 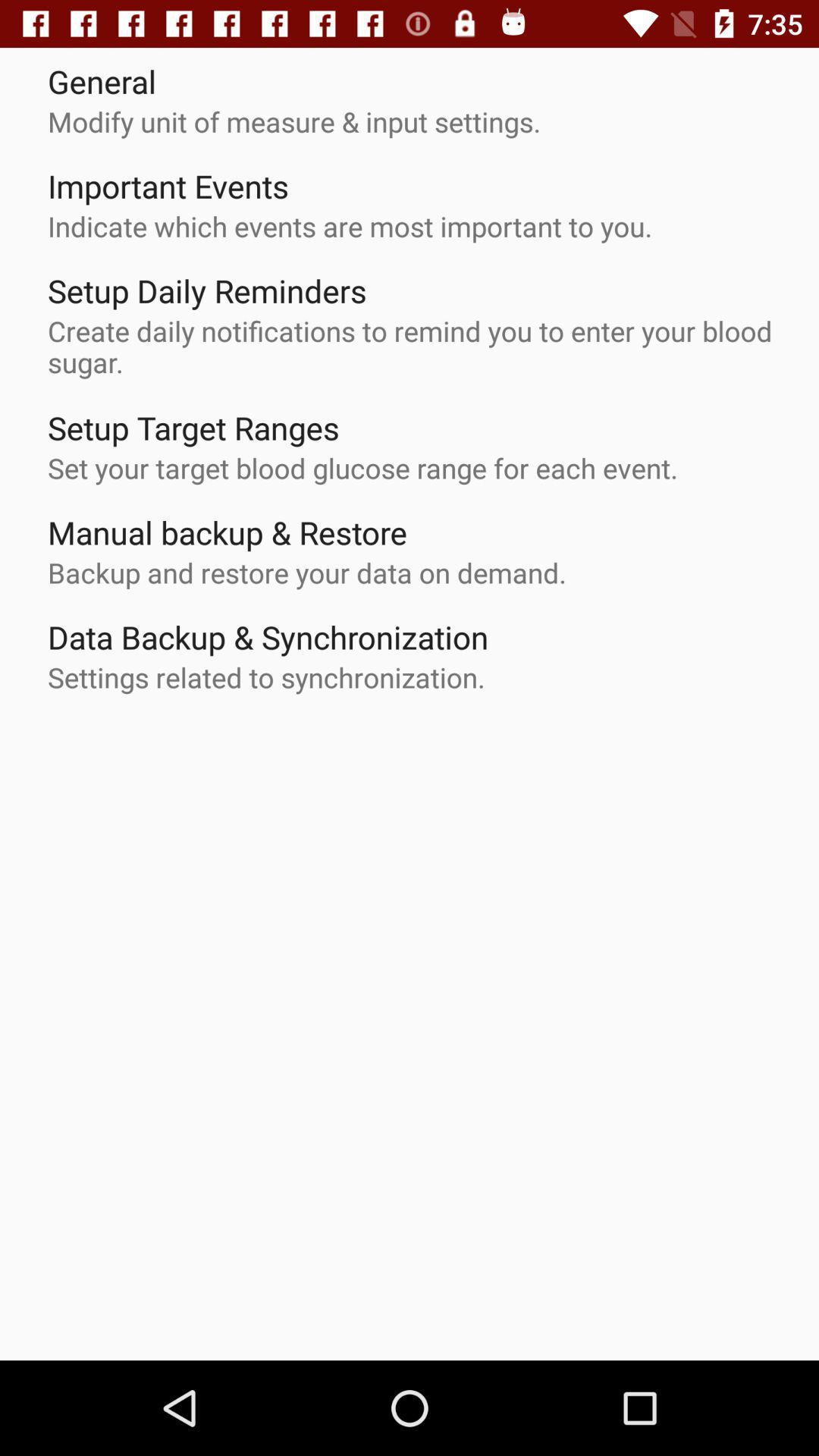 What do you see at coordinates (207, 290) in the screenshot?
I see `the item above the create daily notifications icon` at bounding box center [207, 290].